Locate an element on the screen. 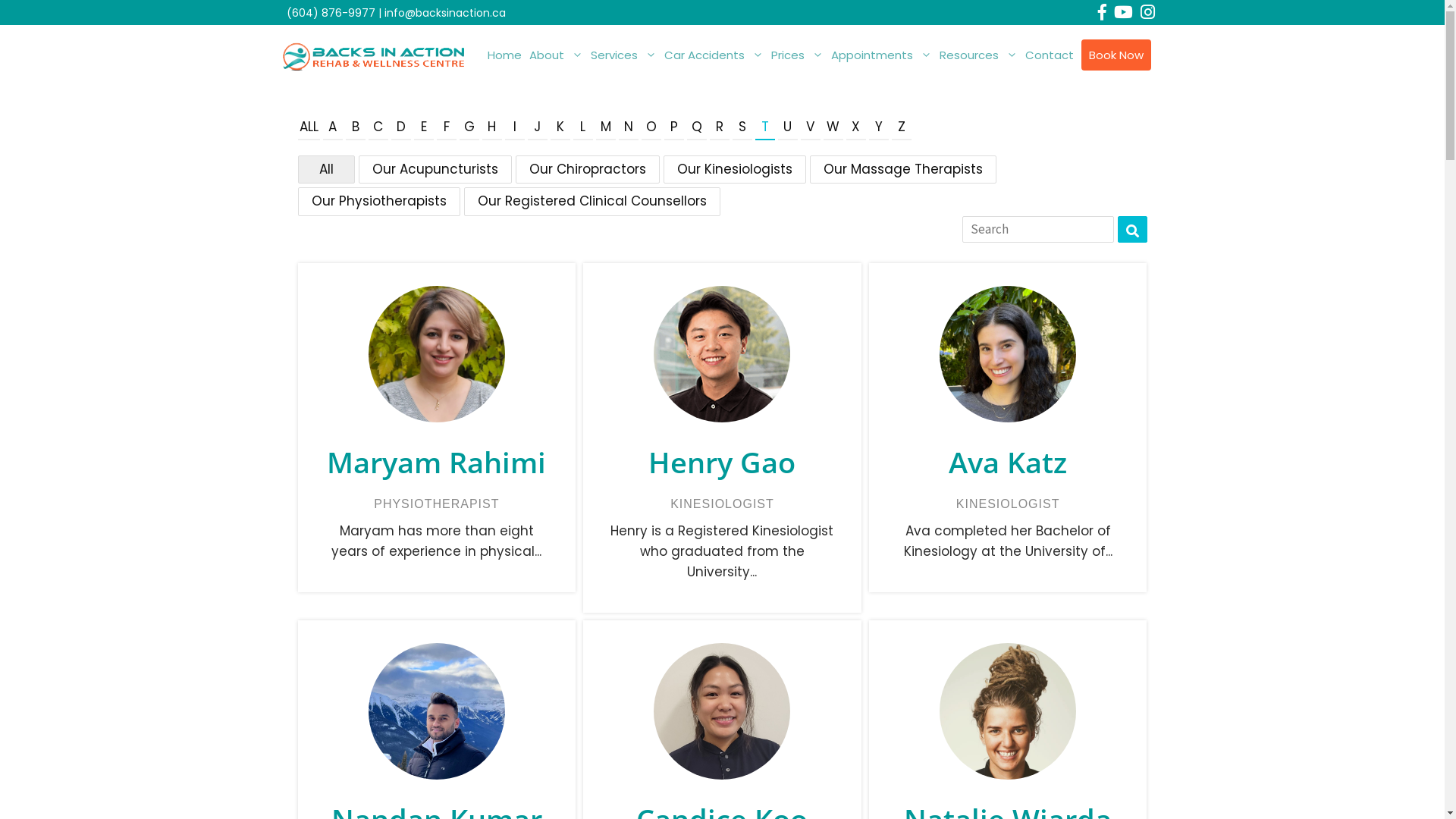  'About' is located at coordinates (554, 55).